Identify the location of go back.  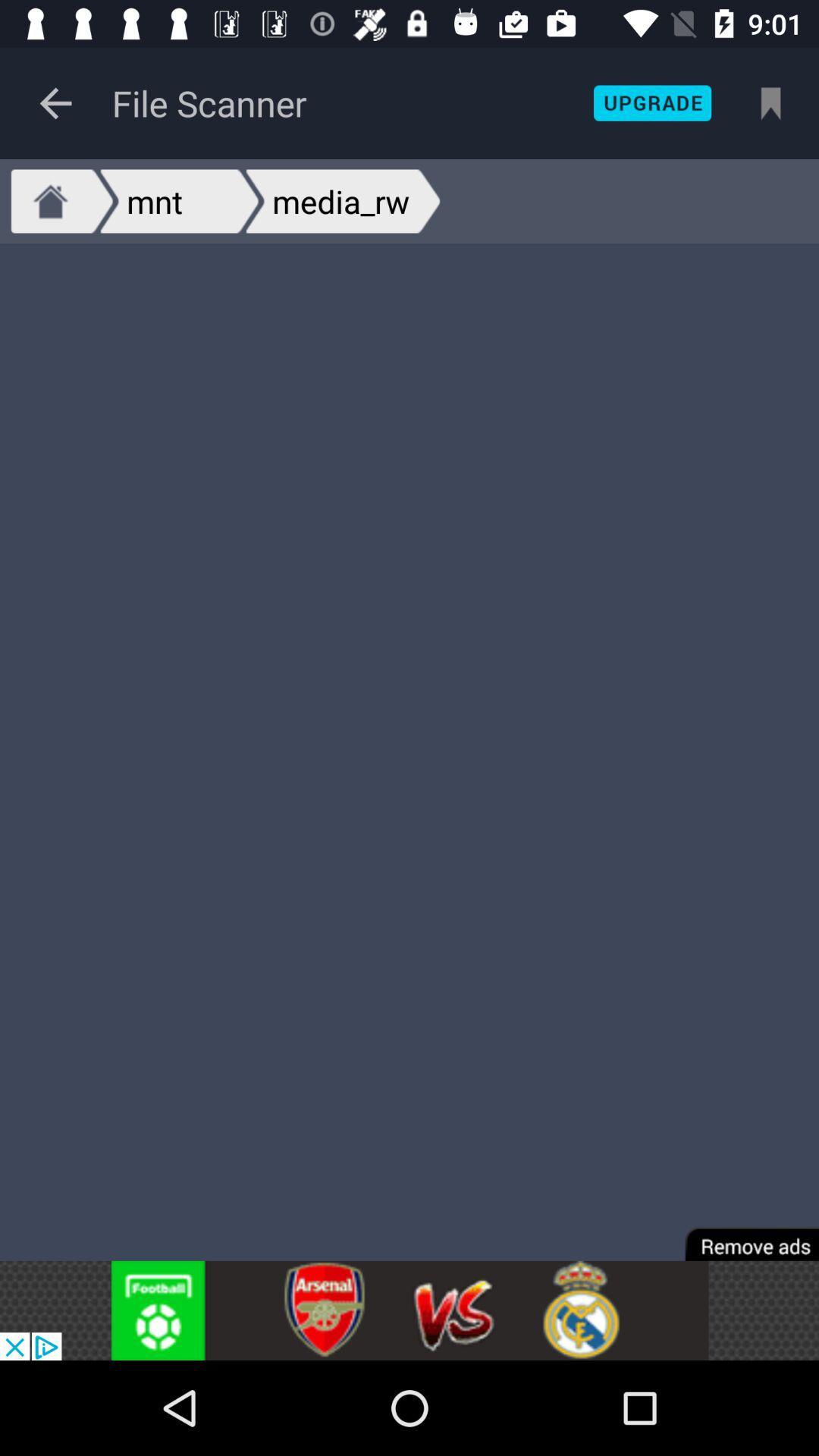
(55, 102).